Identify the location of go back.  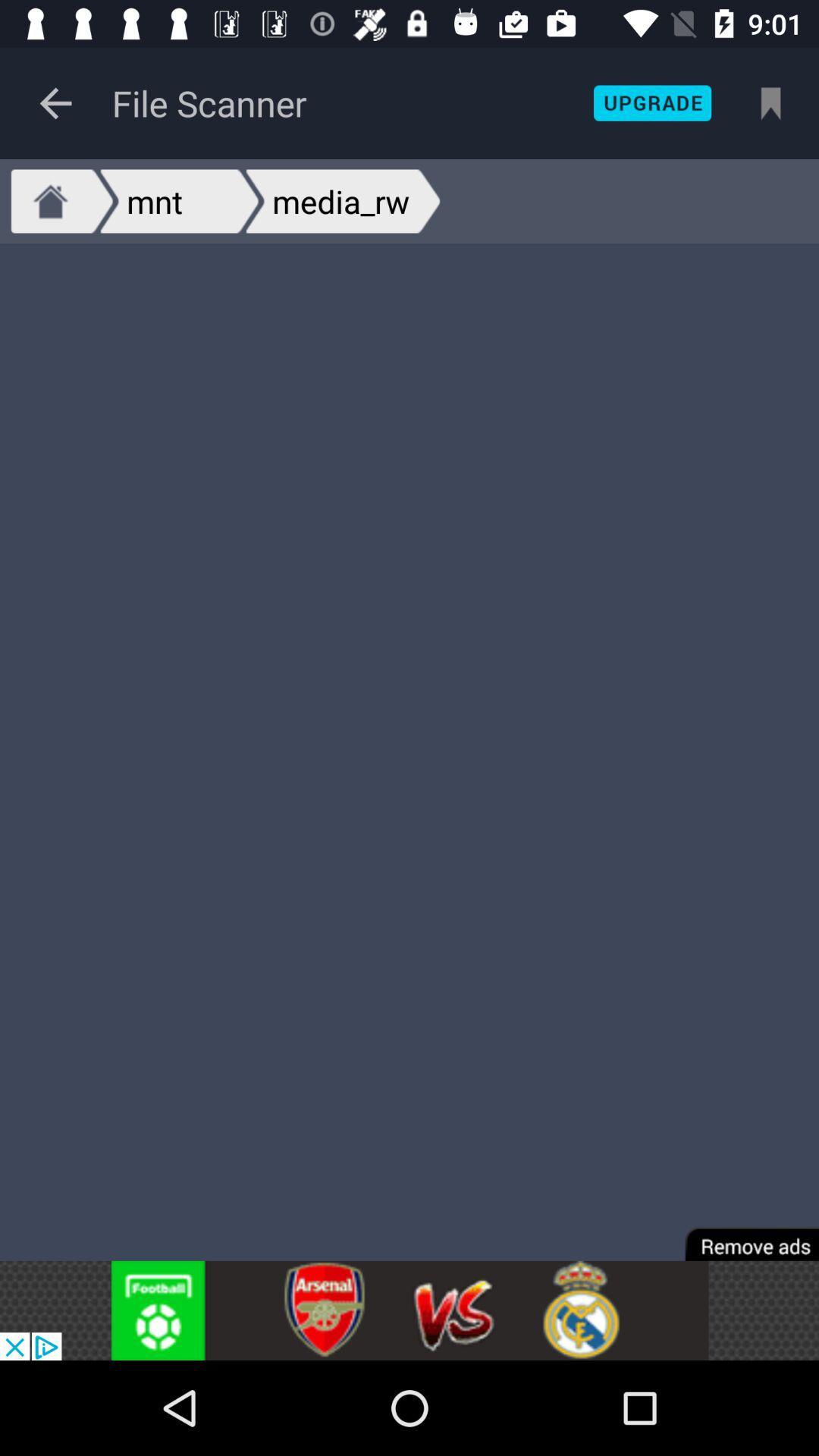
(55, 102).